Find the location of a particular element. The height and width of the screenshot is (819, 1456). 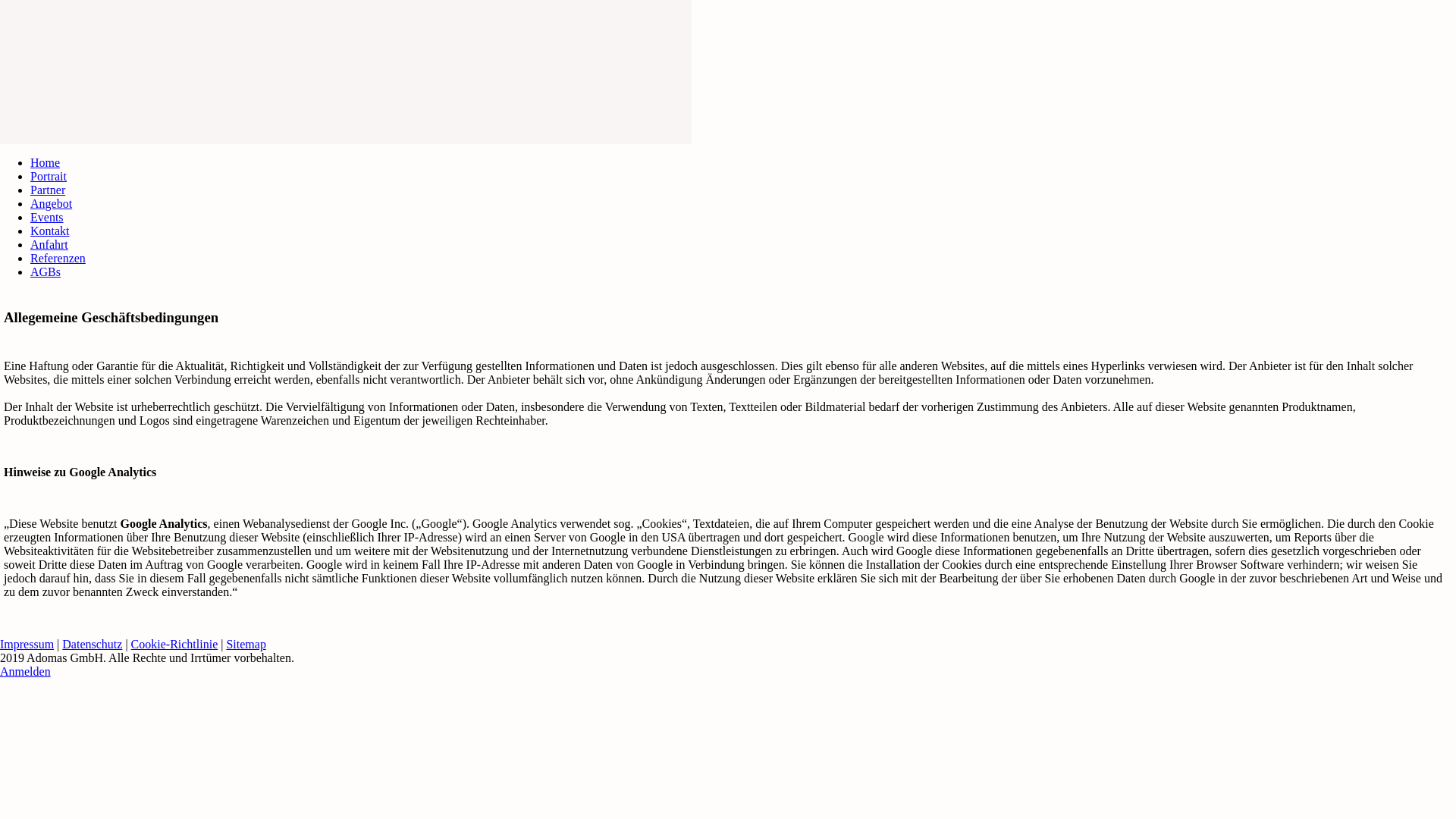

'Referenzen' is located at coordinates (58, 257).